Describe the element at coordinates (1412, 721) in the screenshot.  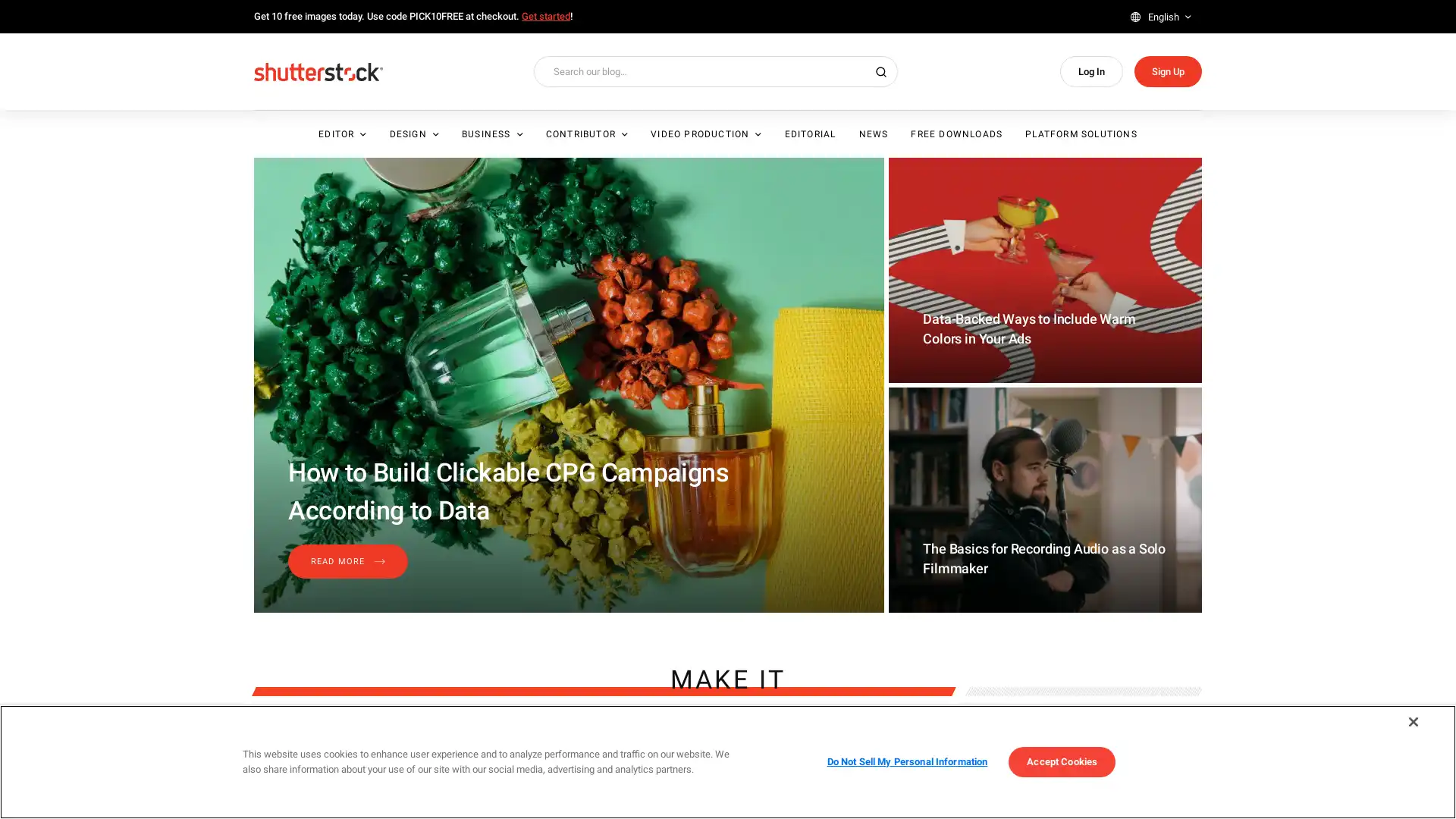
I see `Close` at that location.